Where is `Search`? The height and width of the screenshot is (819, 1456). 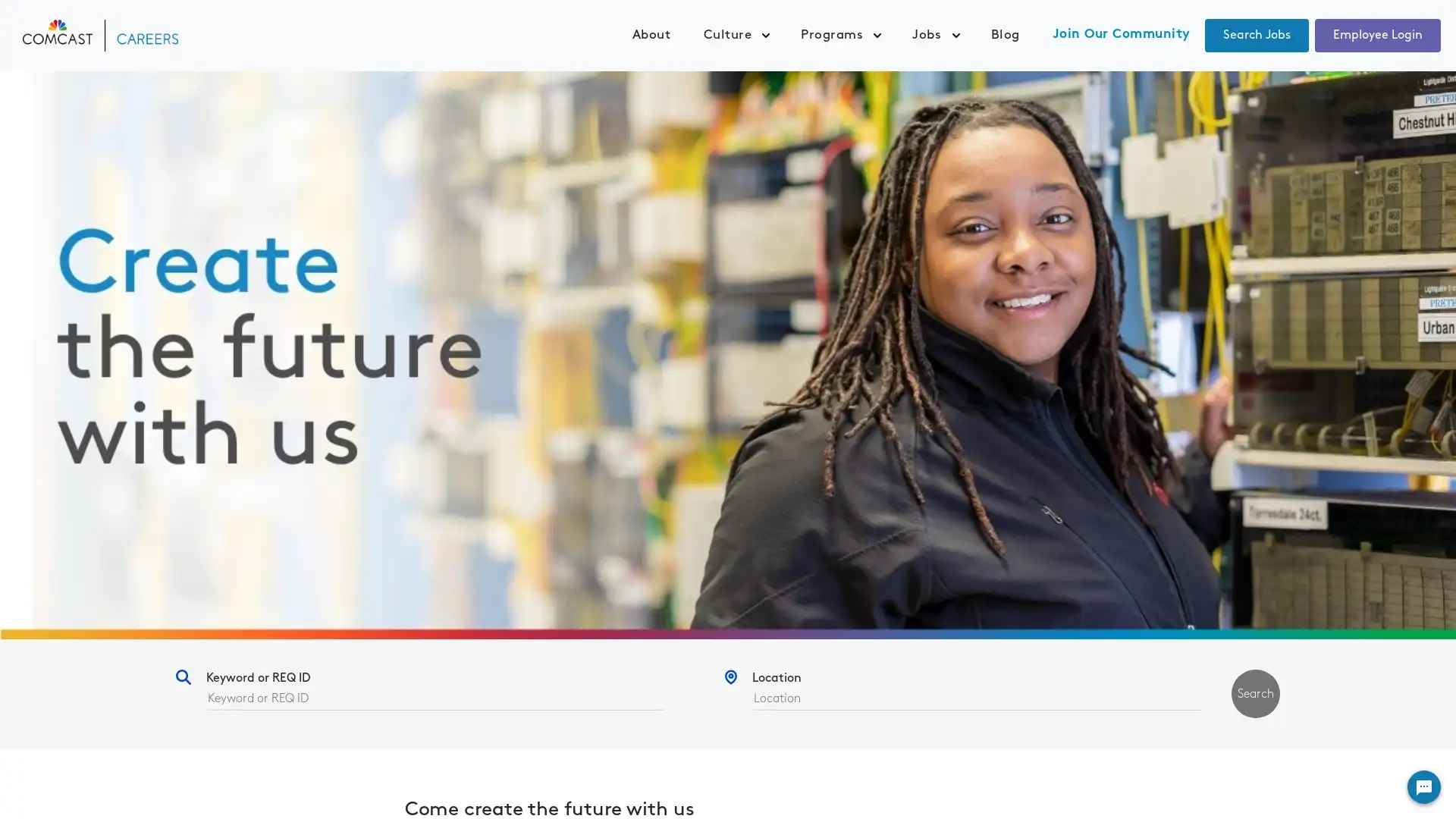 Search is located at coordinates (1256, 693).